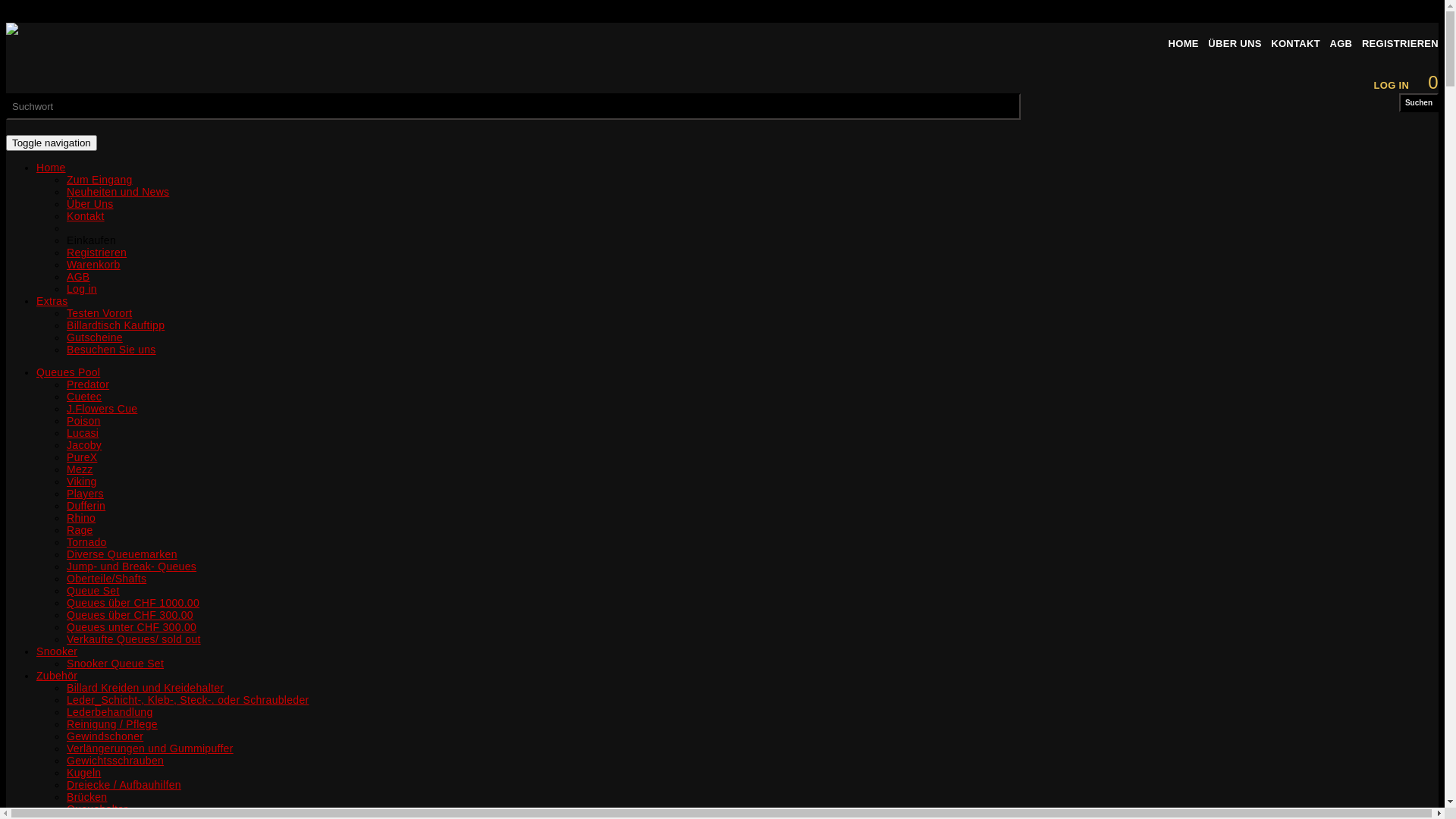  What do you see at coordinates (115, 324) in the screenshot?
I see `'Billardtisch Kauftipp'` at bounding box center [115, 324].